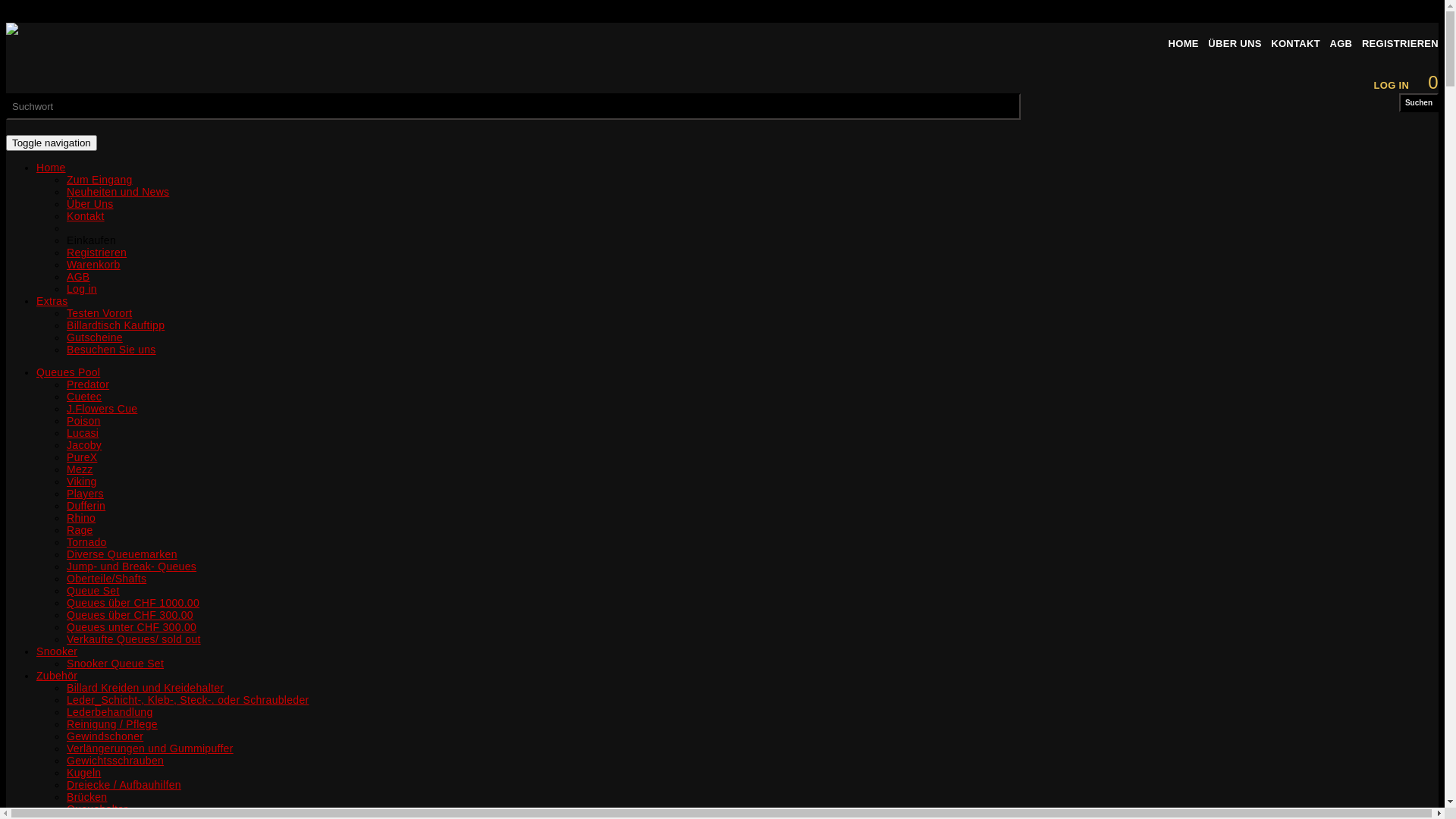  What do you see at coordinates (115, 324) in the screenshot?
I see `'Billardtisch Kauftipp'` at bounding box center [115, 324].